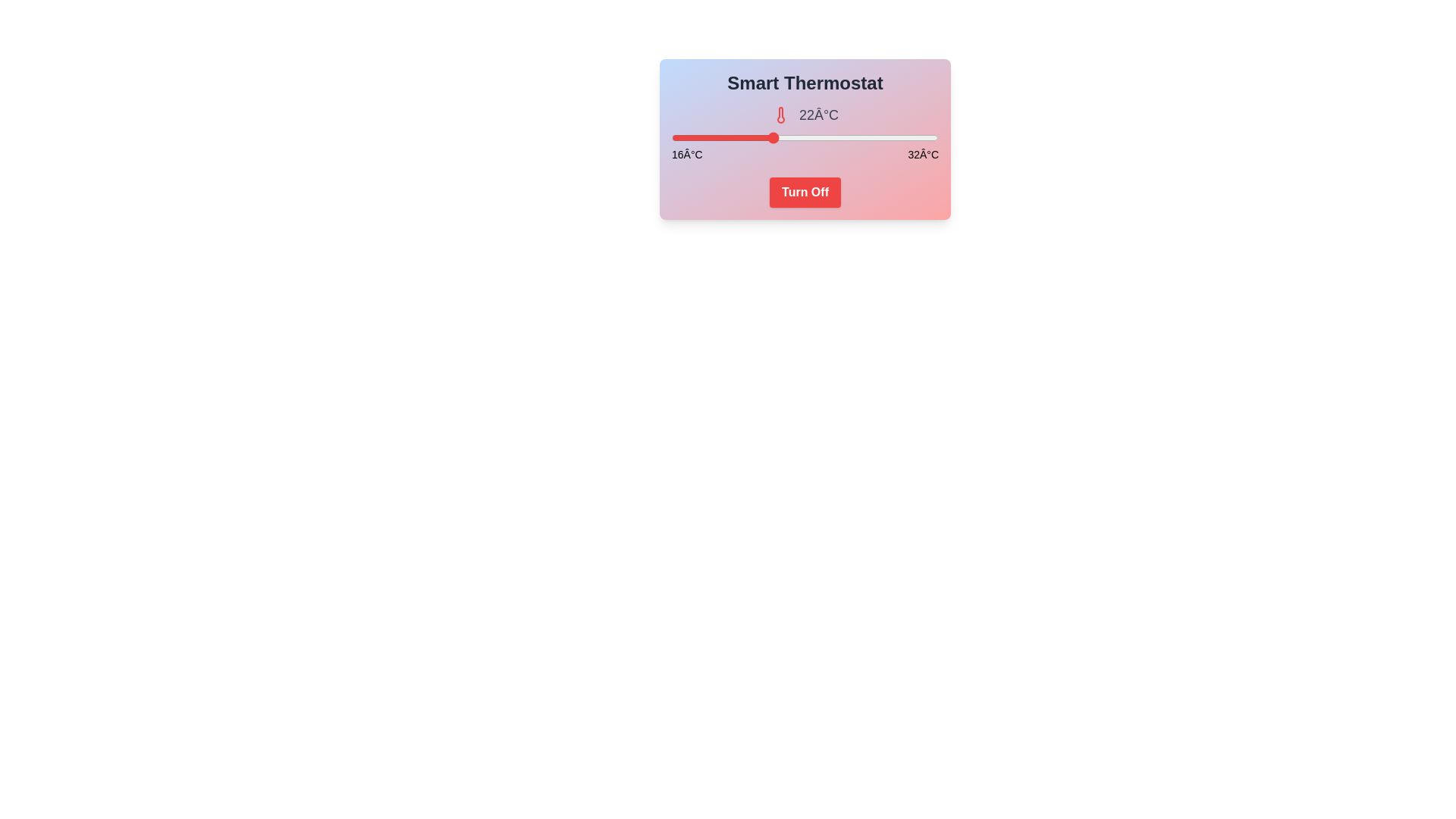 This screenshot has height=819, width=1456. What do you see at coordinates (804, 192) in the screenshot?
I see `'Turn Off' button to toggle the power status of the thermostat` at bounding box center [804, 192].